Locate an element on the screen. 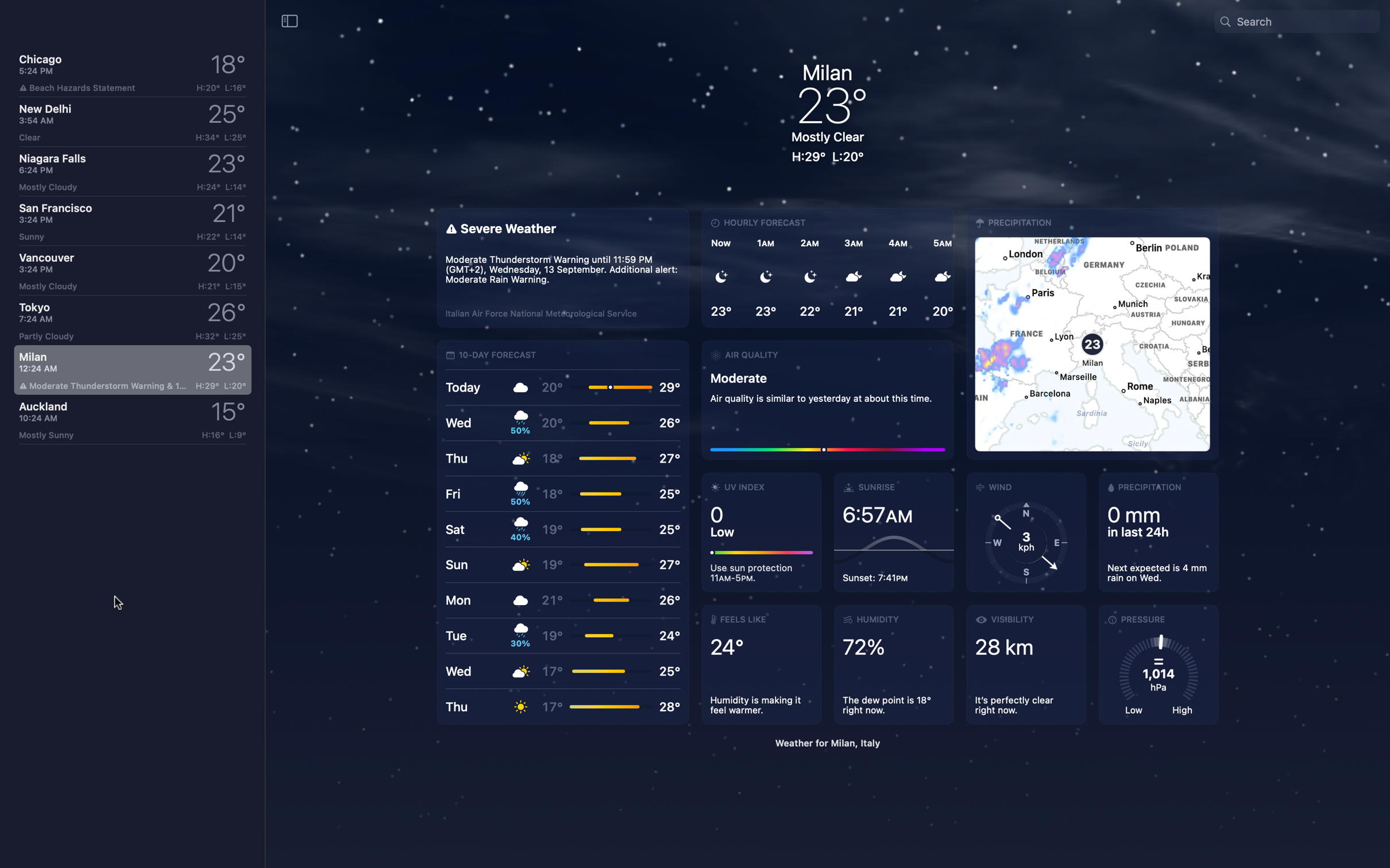 This screenshot has width=1390, height=868. Display weather forecast for Tokyo is located at coordinates (129, 321).